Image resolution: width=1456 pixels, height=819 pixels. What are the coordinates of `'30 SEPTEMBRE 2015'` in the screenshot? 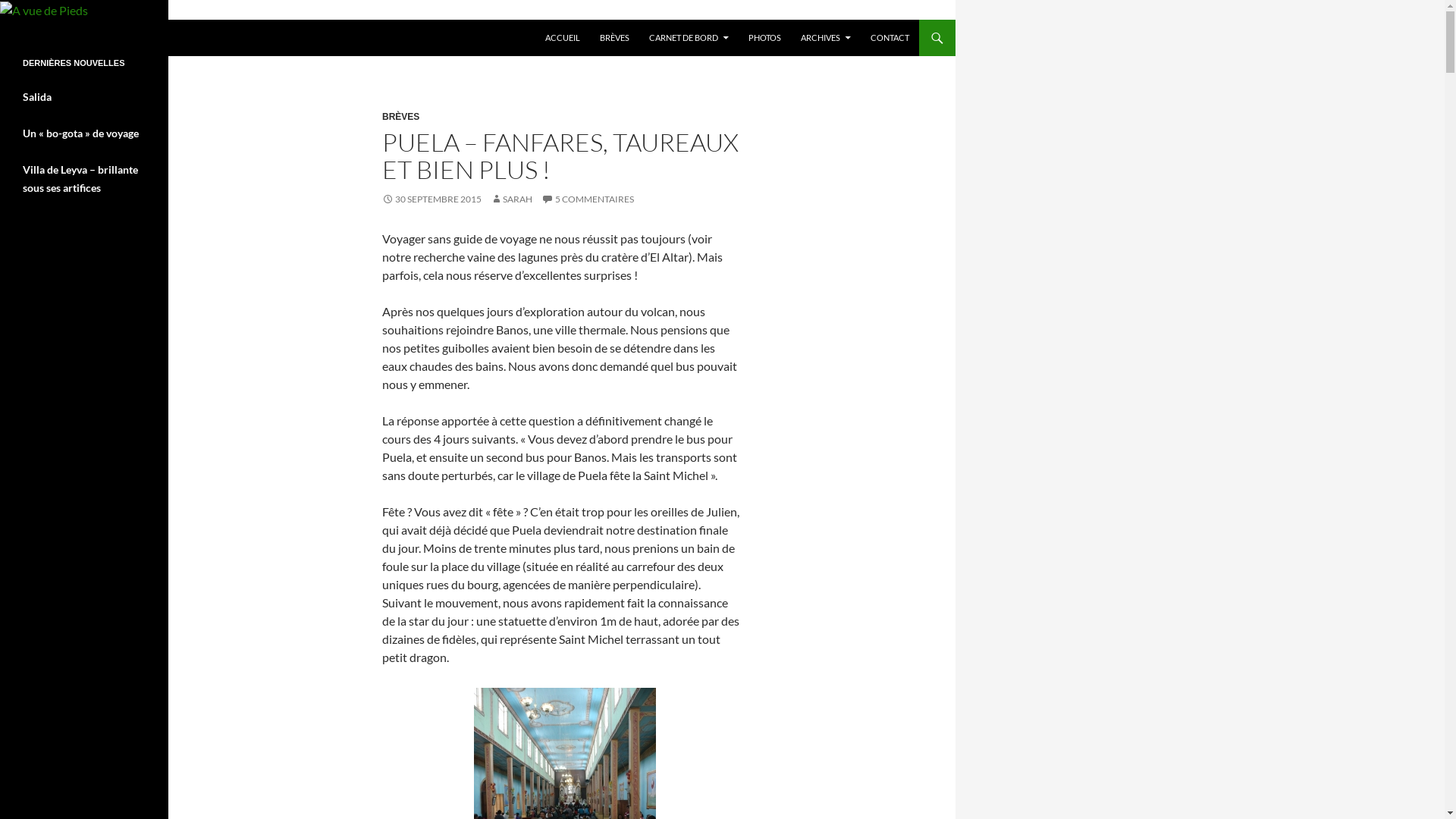 It's located at (431, 198).